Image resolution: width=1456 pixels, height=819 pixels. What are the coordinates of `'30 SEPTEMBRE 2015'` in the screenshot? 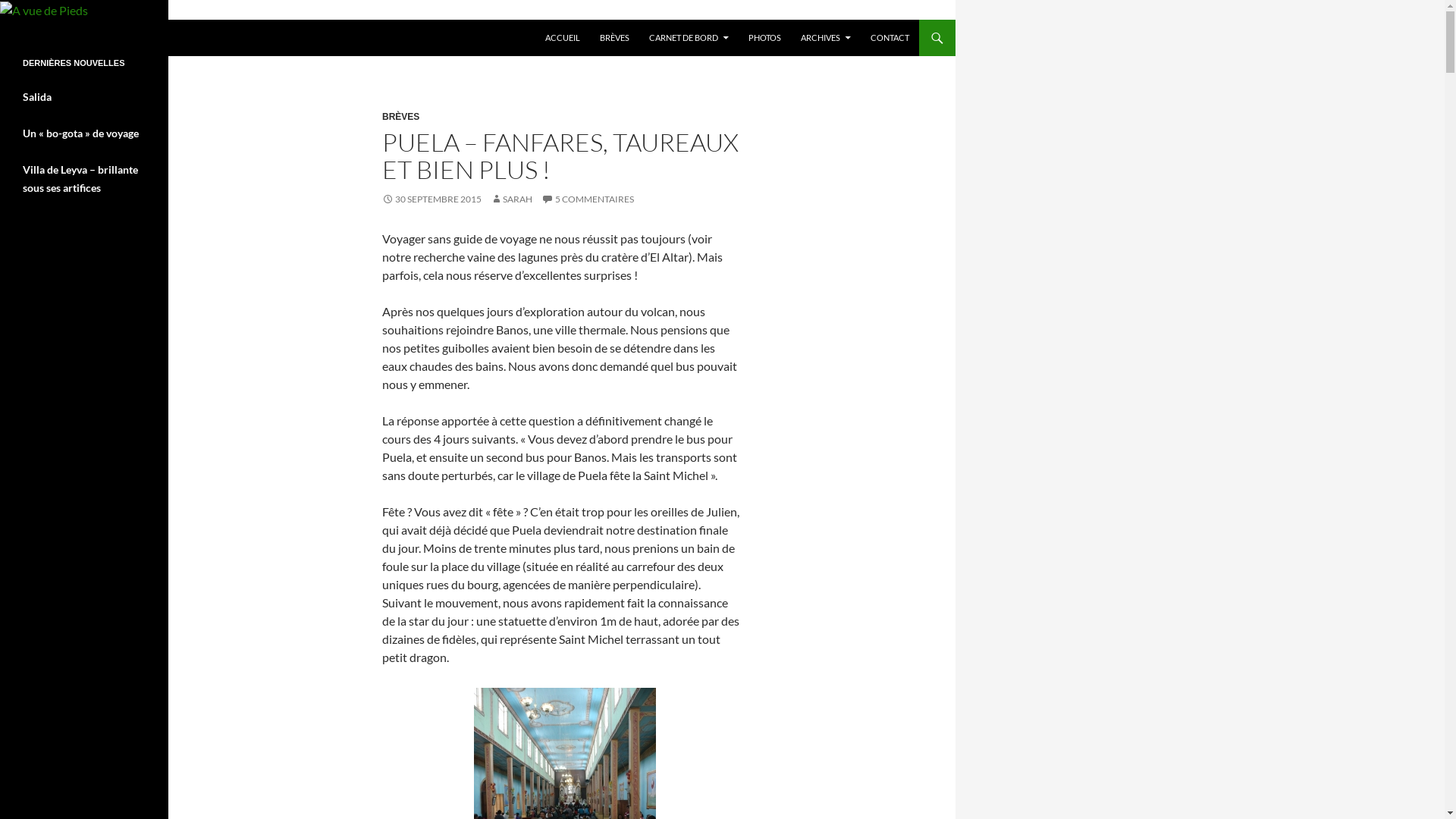 It's located at (431, 198).